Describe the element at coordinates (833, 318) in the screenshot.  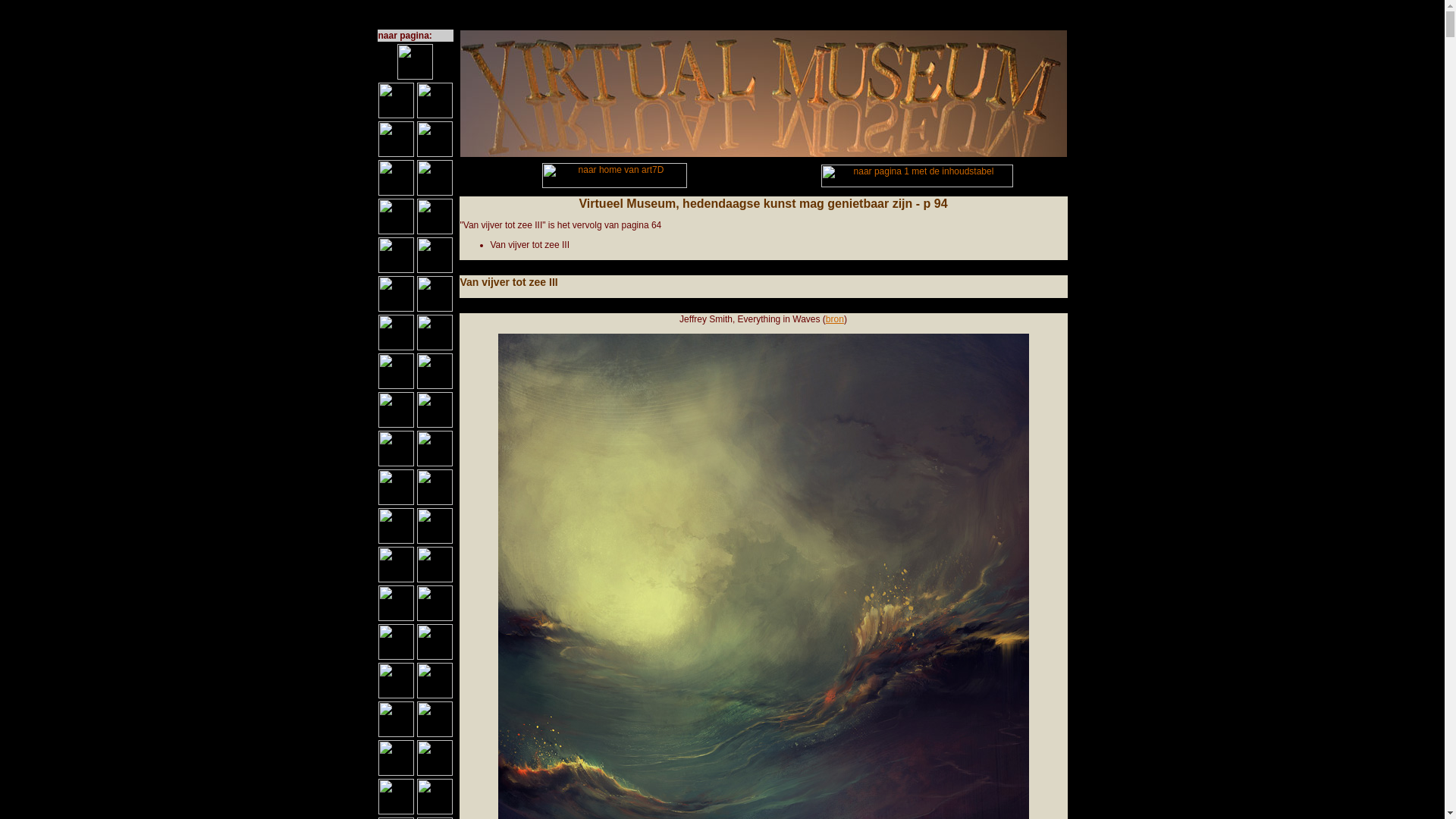
I see `'bron'` at that location.